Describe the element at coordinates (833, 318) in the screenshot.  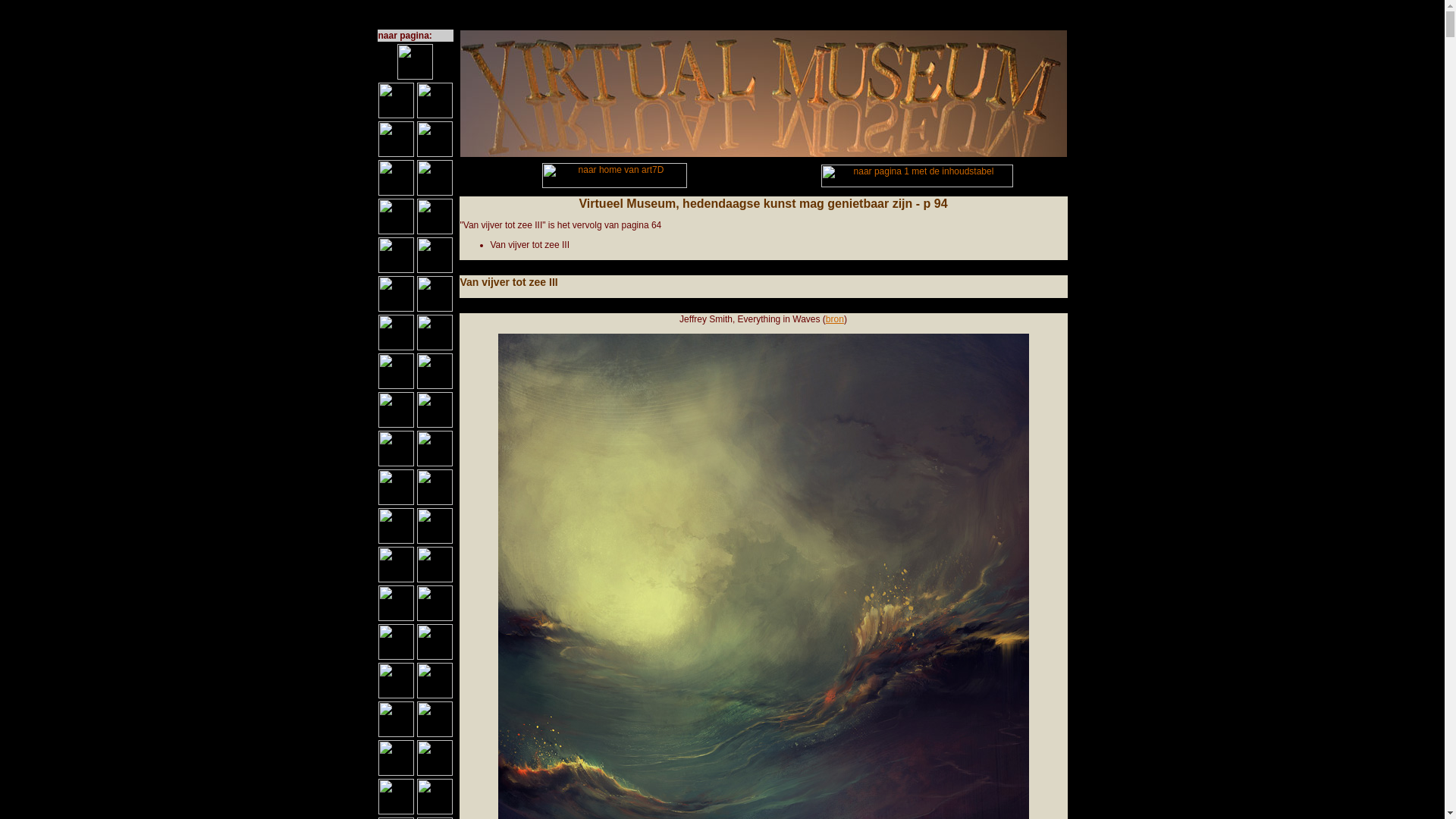
I see `'bron'` at that location.